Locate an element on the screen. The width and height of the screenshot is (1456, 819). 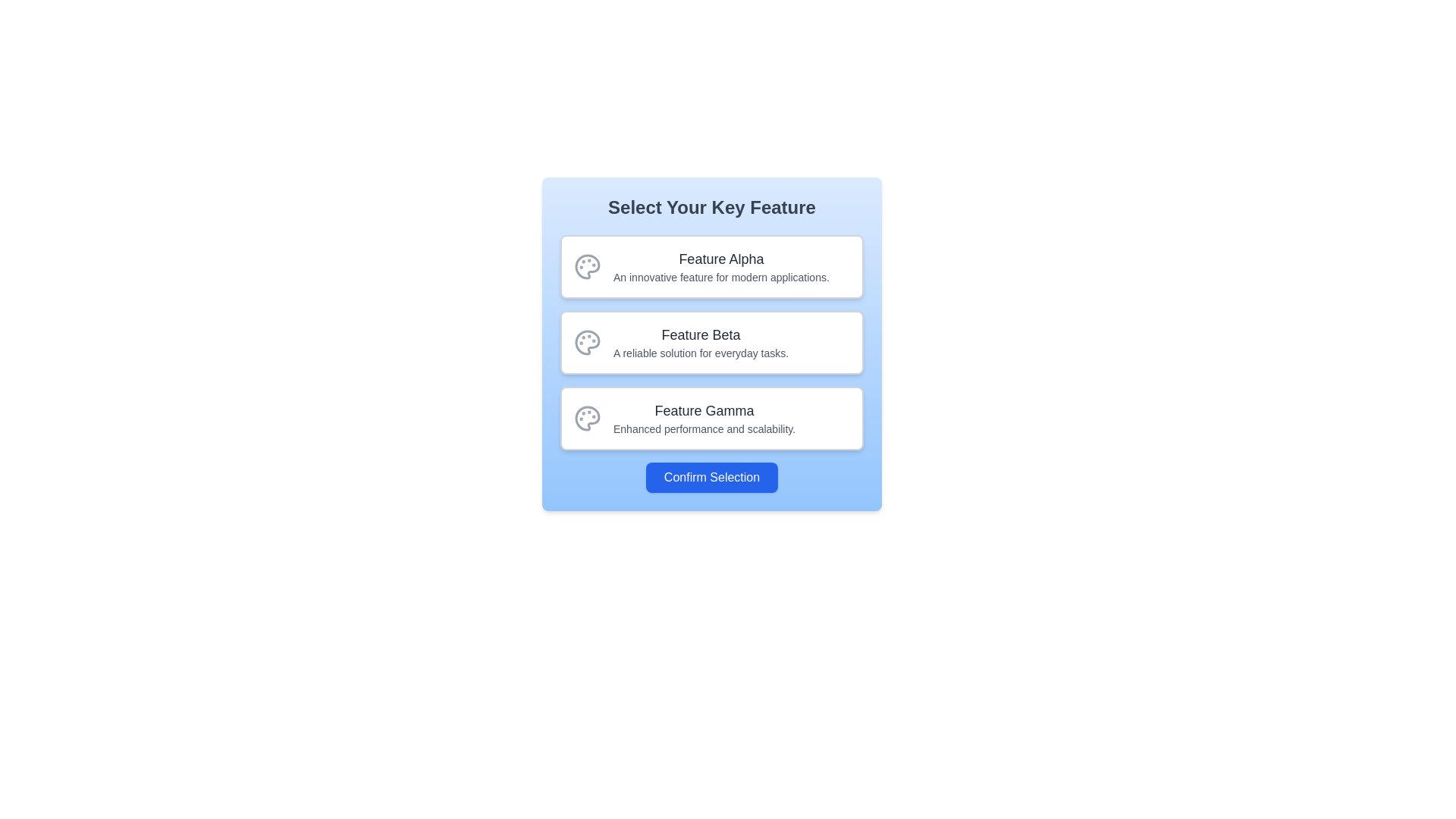
the painter's palette icon, which is a circular gray icon with smaller circles representing paint dabs, located inside the 'Feature Gamma' button is located at coordinates (586, 418).